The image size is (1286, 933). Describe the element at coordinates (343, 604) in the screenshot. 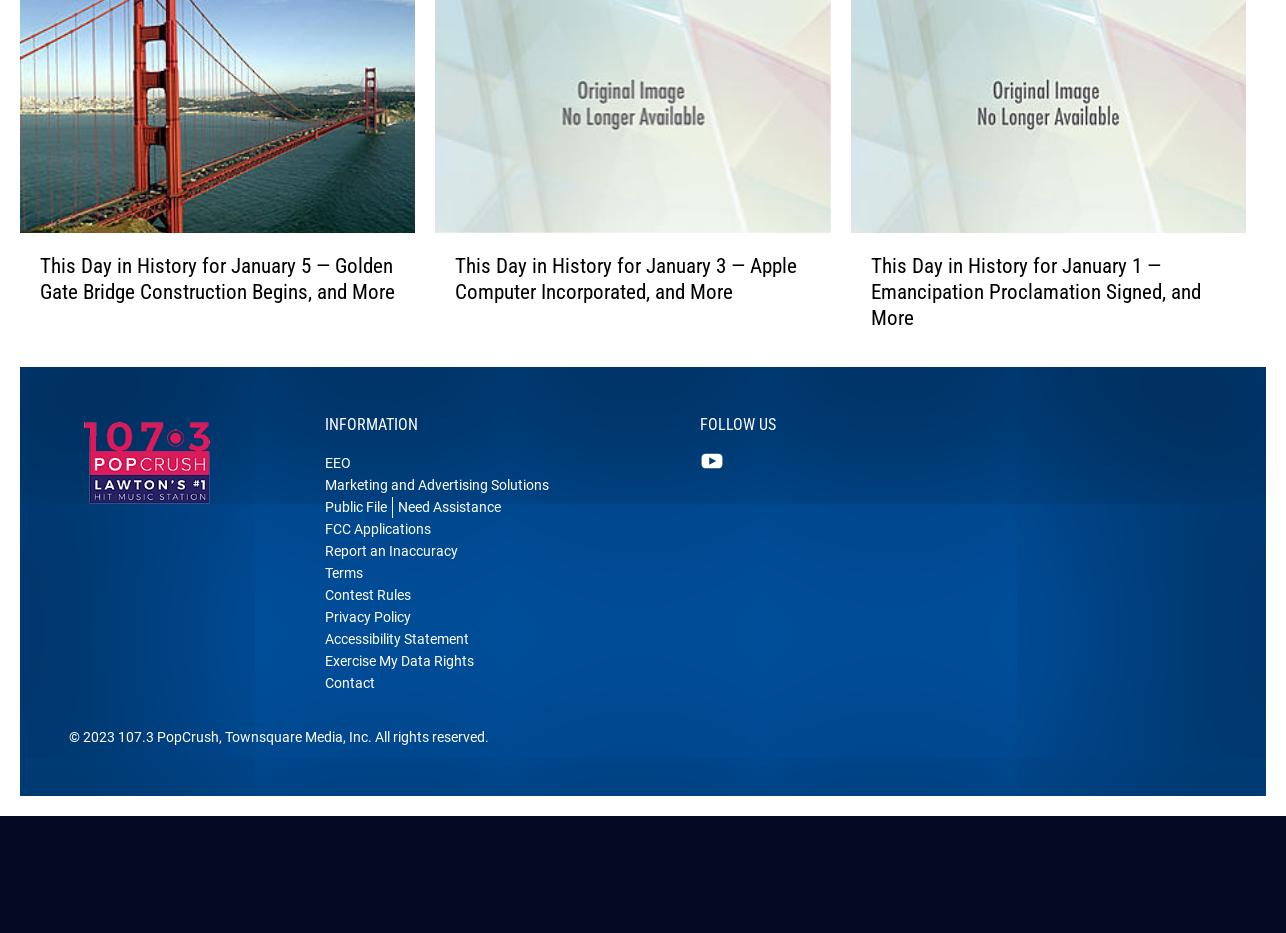

I see `'Terms'` at that location.